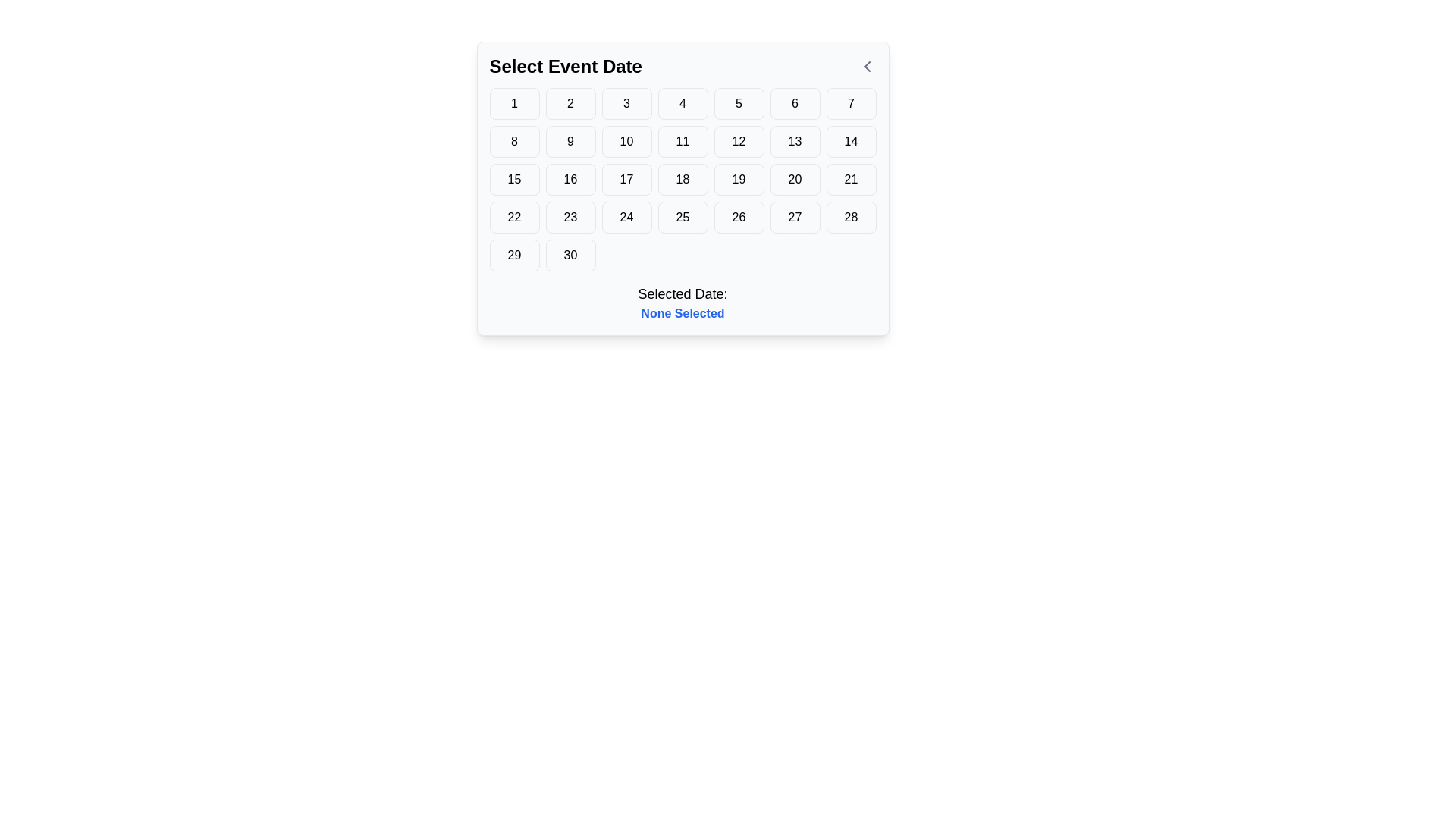  Describe the element at coordinates (682, 103) in the screenshot. I see `the rounded rectangular button with a white background and a black numeral '4' centered in it` at that location.